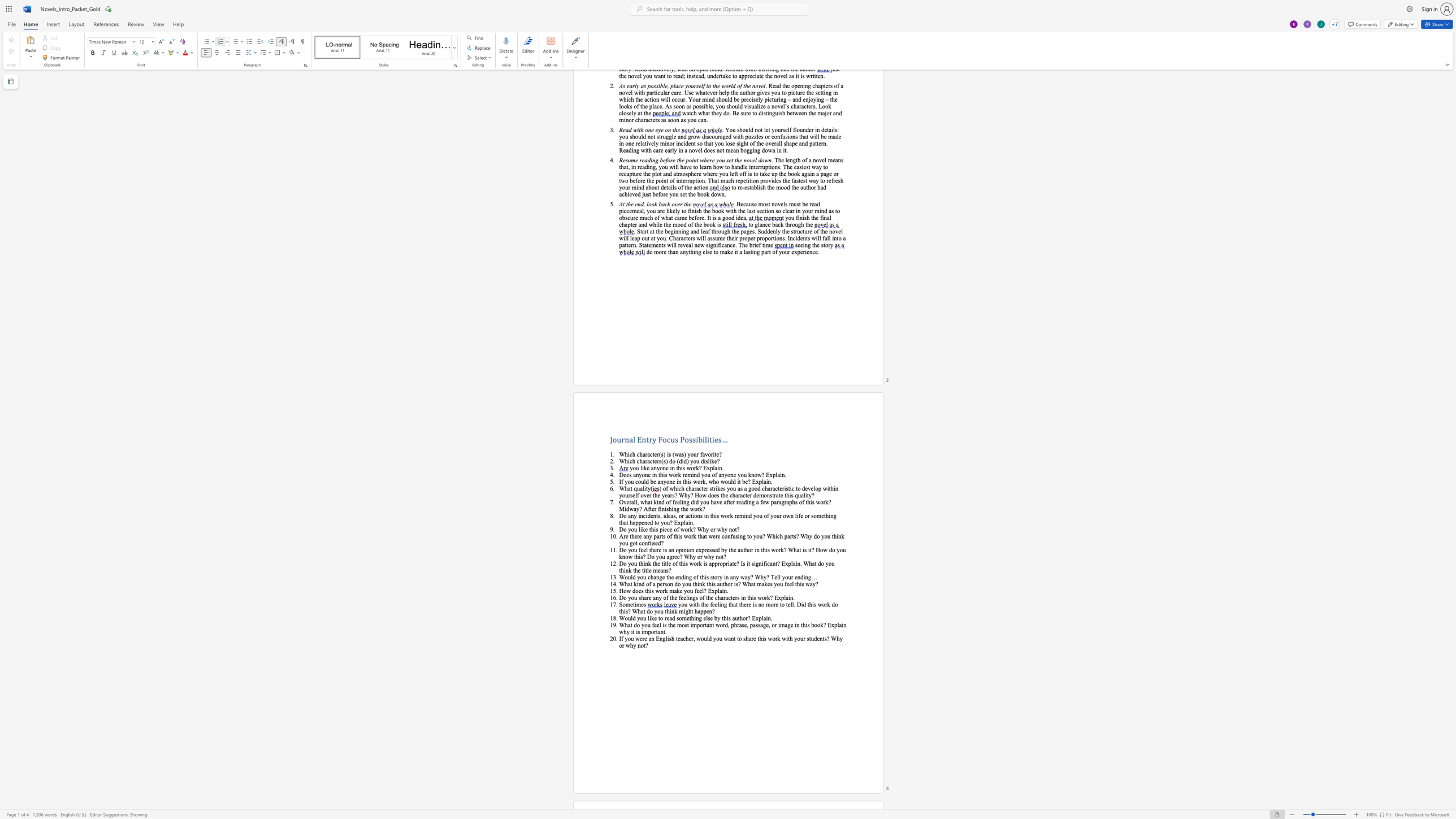  I want to click on the space between the continuous character "F" and "o" in the text, so click(662, 439).